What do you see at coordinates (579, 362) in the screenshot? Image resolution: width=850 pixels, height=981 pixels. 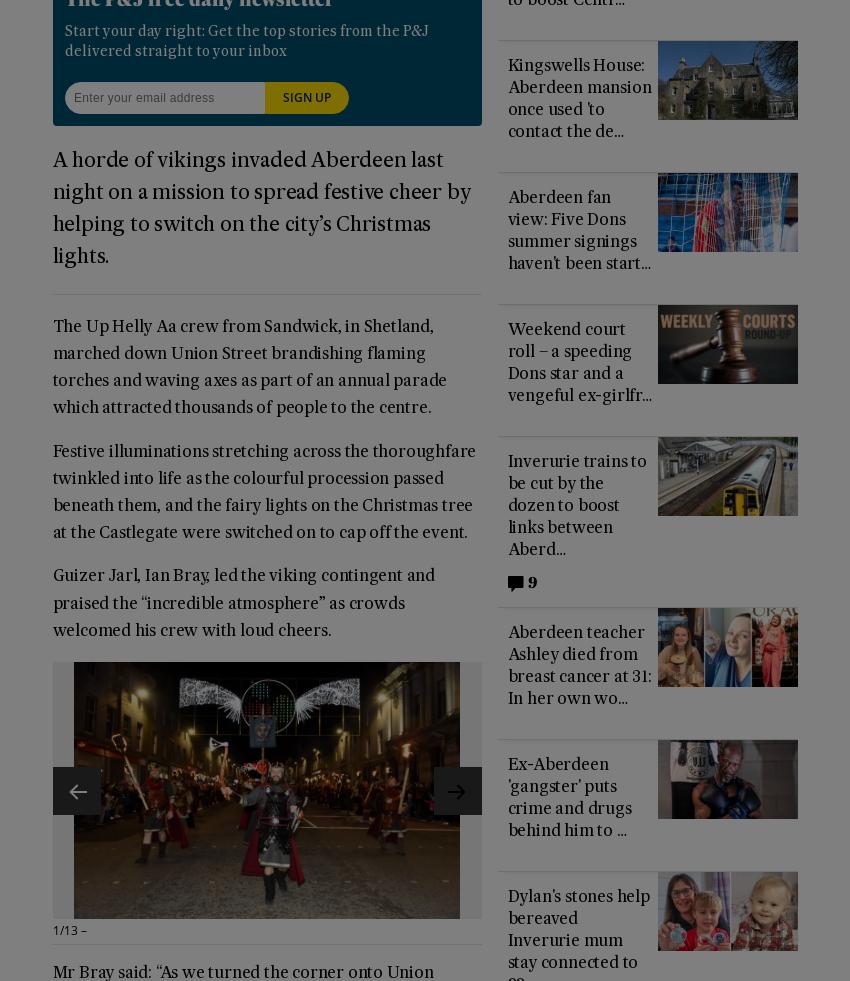 I see `'Weekend court roll – a speeding Dons star and a vengeful ex-girlfr…'` at bounding box center [579, 362].